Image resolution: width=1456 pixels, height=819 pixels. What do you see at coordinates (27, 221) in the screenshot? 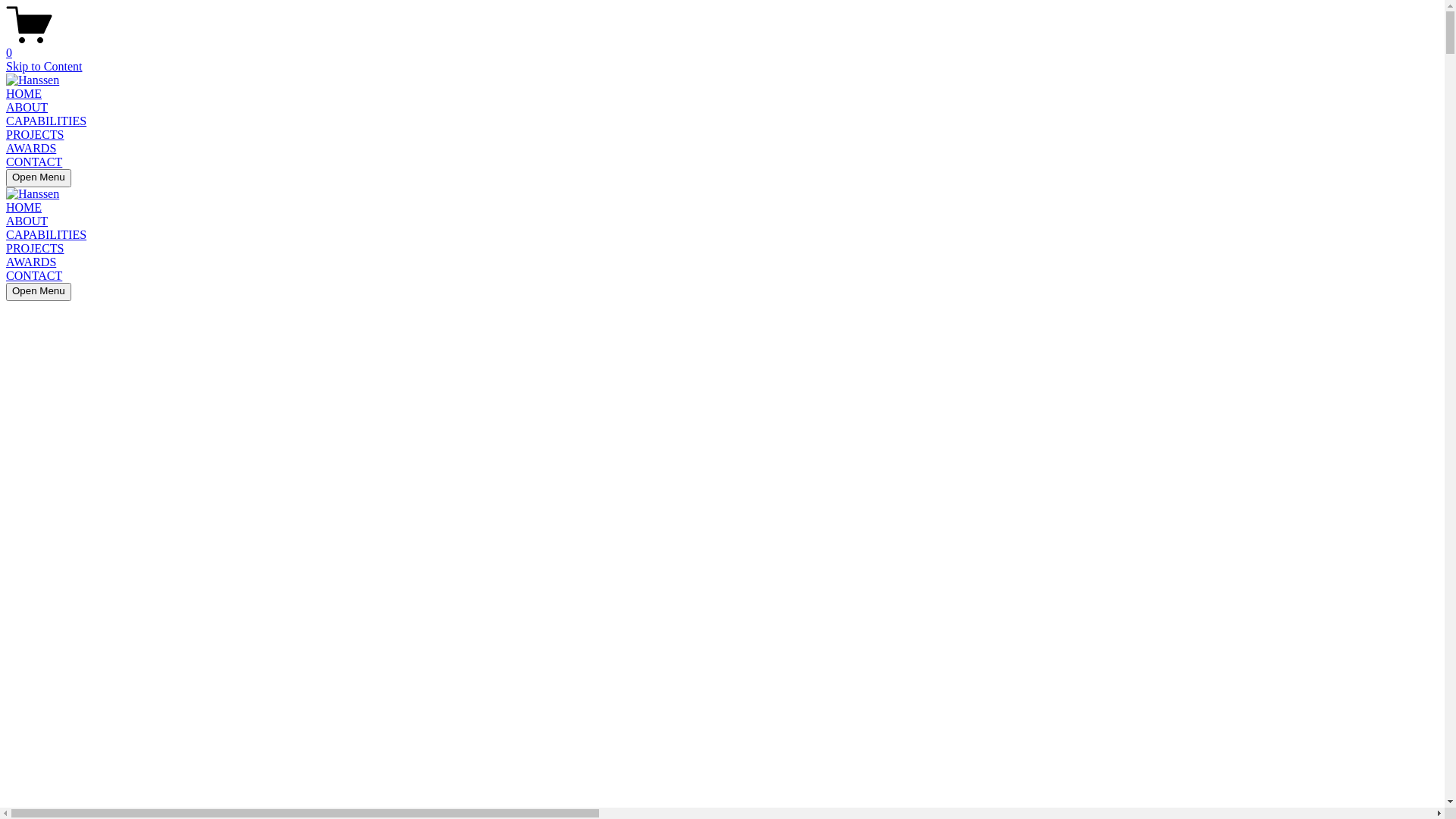
I see `'ABOUT'` at bounding box center [27, 221].